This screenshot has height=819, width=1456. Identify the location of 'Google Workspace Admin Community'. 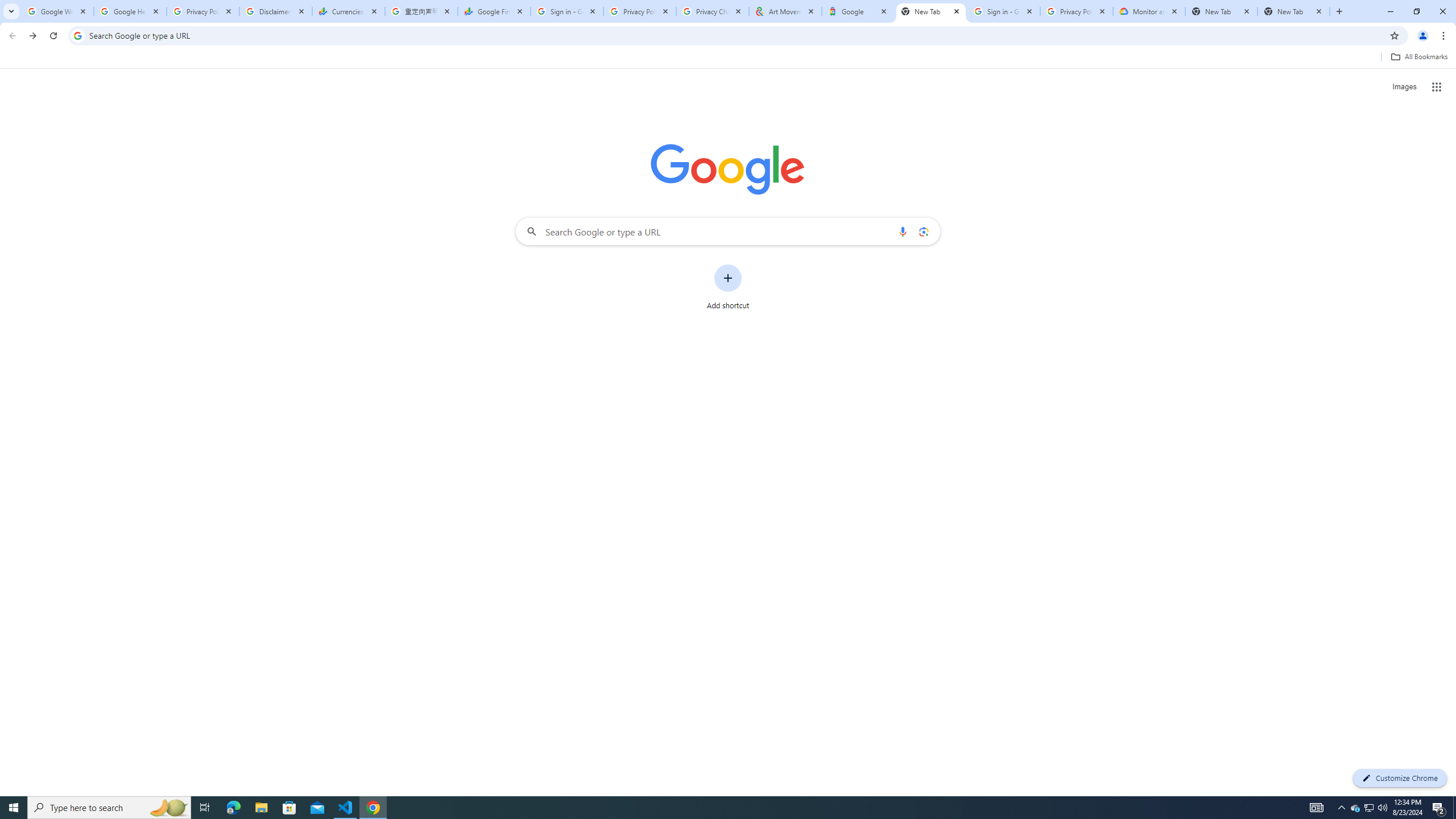
(57, 11).